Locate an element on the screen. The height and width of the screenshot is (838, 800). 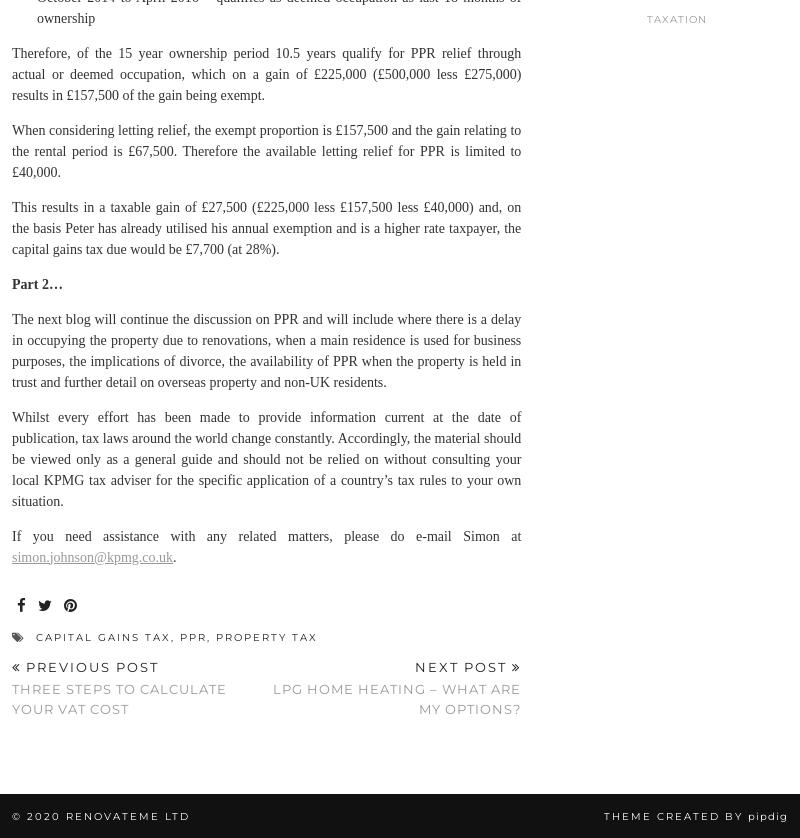
'Next Post' is located at coordinates (462, 664).